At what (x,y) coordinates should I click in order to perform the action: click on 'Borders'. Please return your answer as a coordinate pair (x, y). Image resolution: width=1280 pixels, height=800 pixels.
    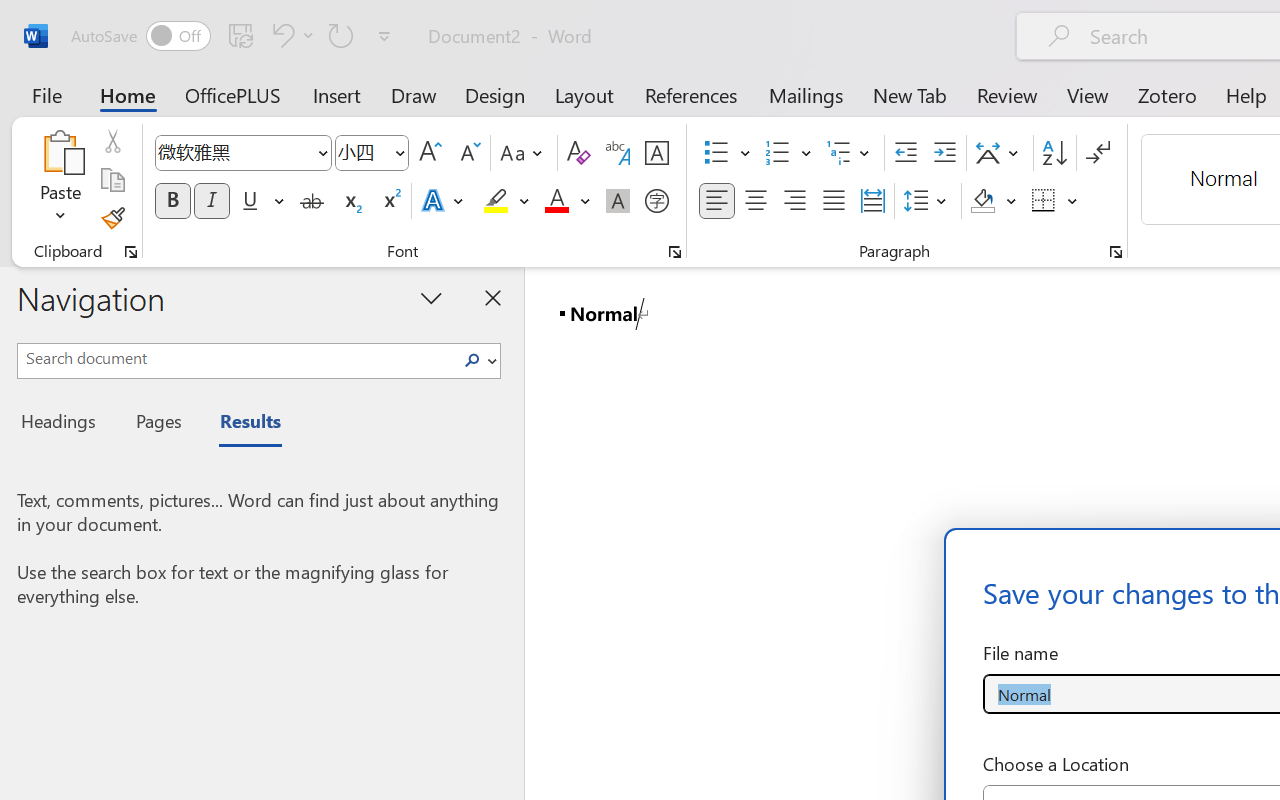
    Looking at the image, I should click on (1054, 201).